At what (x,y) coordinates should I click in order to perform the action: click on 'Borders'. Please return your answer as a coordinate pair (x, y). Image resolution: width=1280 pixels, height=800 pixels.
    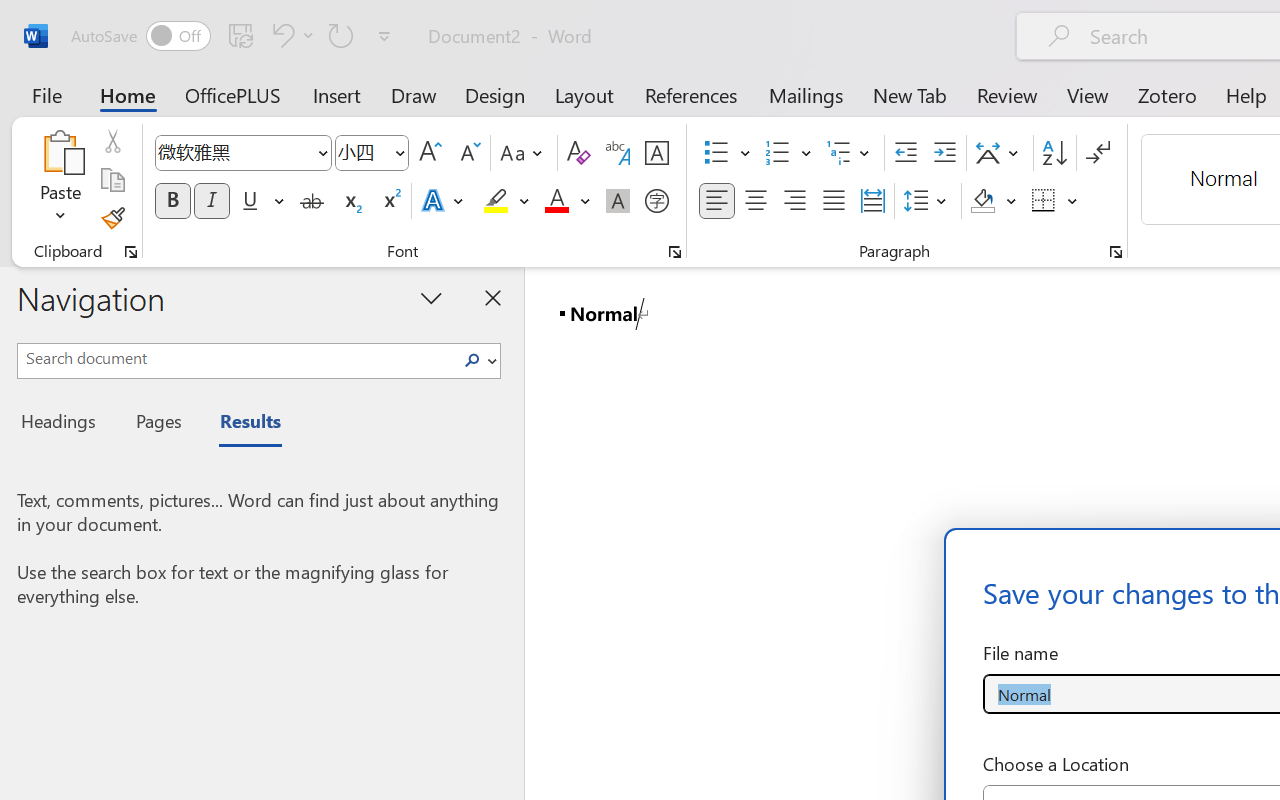
    Looking at the image, I should click on (1054, 201).